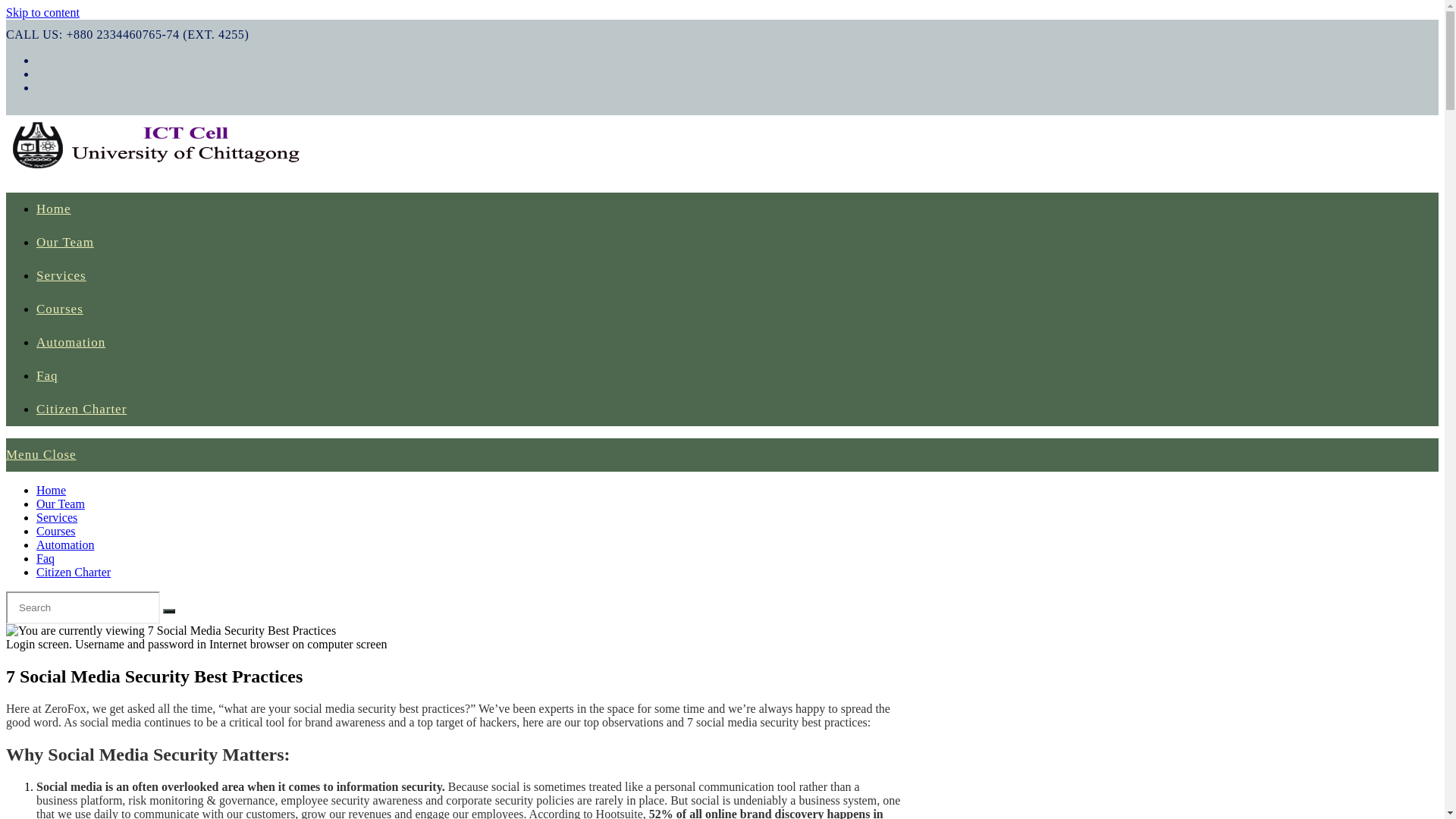 This screenshot has width=1456, height=819. Describe the element at coordinates (36, 504) in the screenshot. I see `'Our Team'` at that location.